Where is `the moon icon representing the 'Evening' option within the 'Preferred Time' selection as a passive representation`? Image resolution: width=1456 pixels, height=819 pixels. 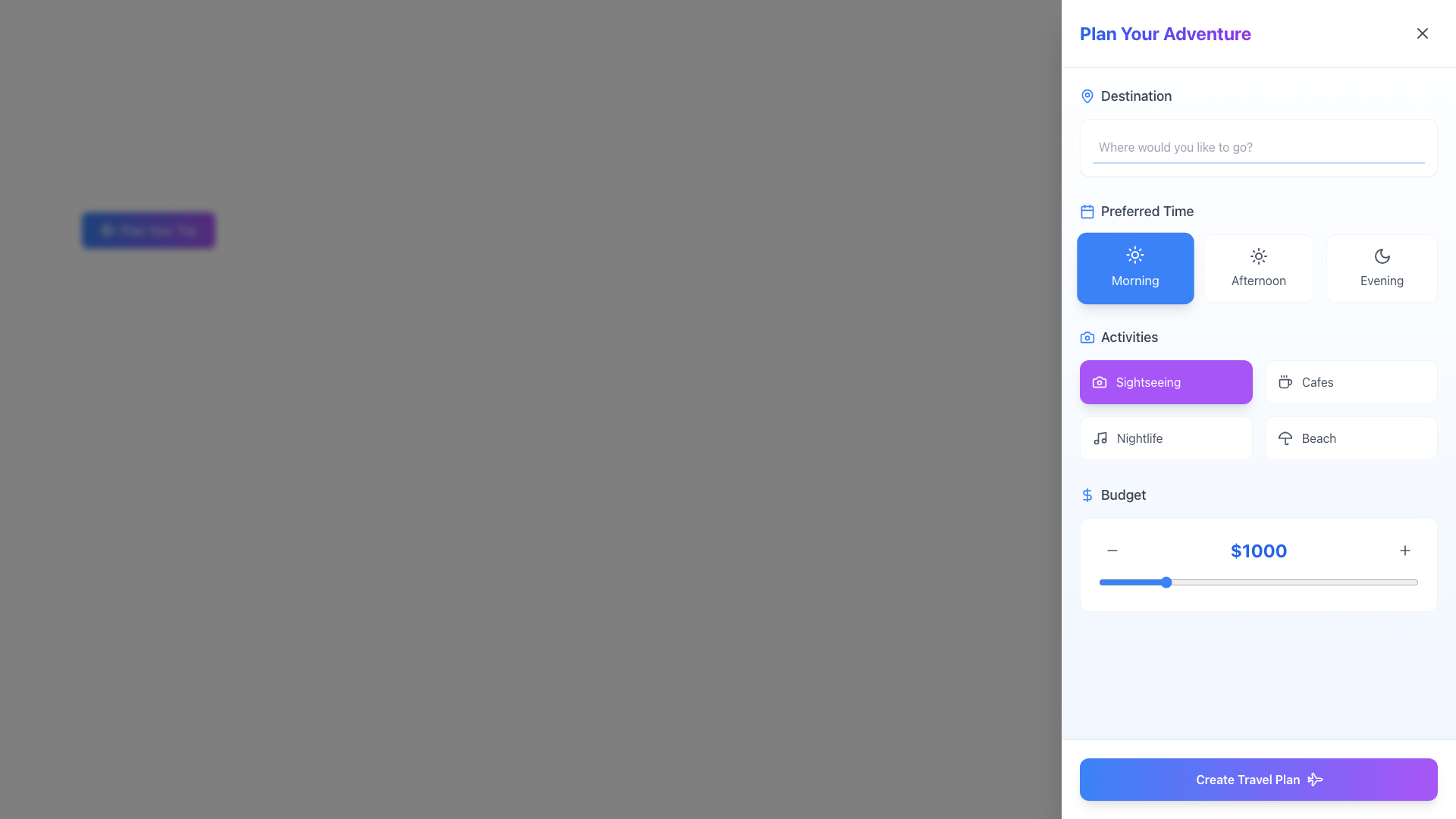
the moon icon representing the 'Evening' option within the 'Preferred Time' selection as a passive representation is located at coordinates (1382, 256).